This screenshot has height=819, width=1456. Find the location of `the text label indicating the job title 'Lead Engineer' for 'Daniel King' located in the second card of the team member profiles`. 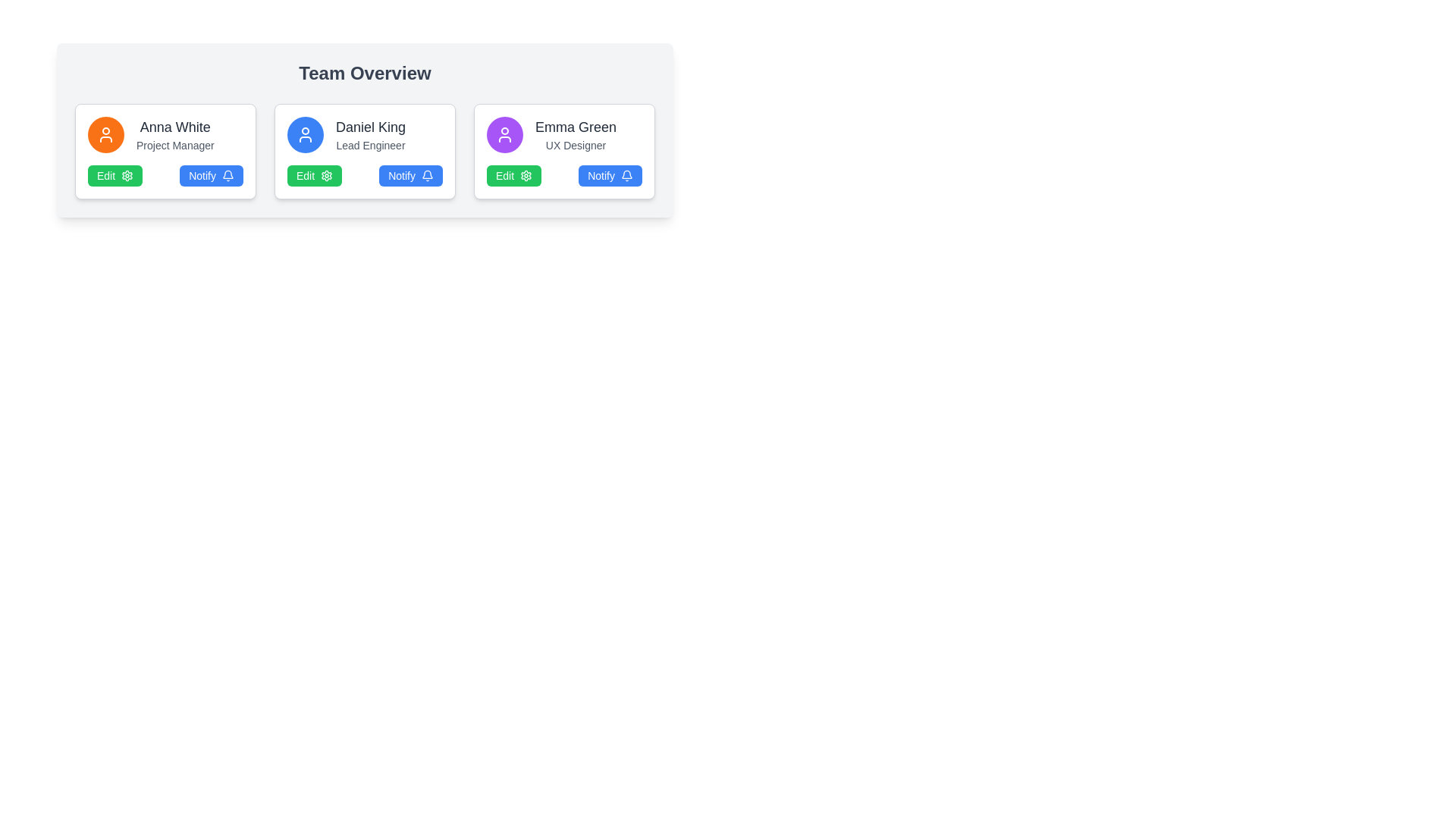

the text label indicating the job title 'Lead Engineer' for 'Daniel King' located in the second card of the team member profiles is located at coordinates (371, 146).